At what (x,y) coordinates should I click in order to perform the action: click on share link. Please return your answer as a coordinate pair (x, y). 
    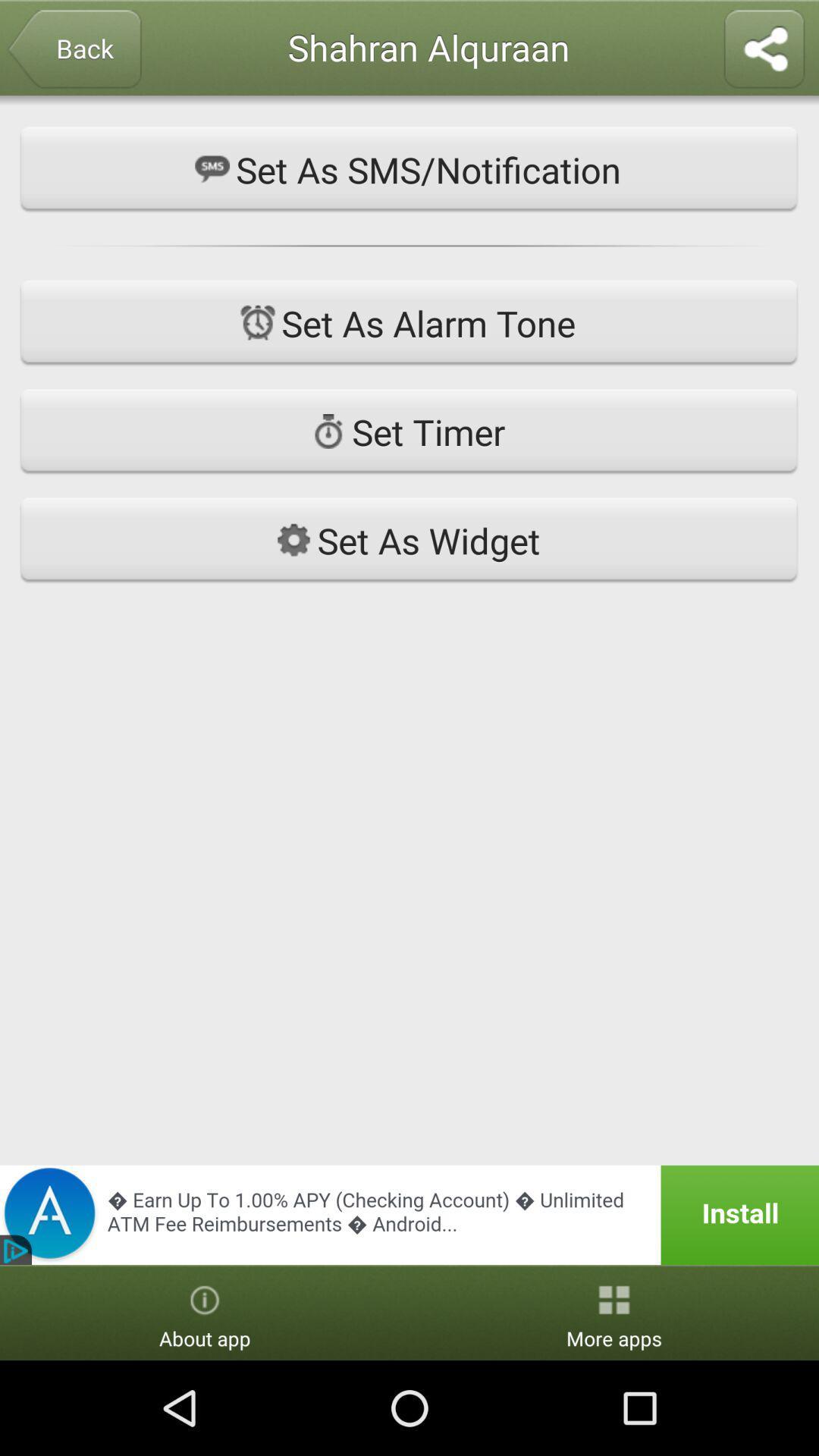
    Looking at the image, I should click on (764, 50).